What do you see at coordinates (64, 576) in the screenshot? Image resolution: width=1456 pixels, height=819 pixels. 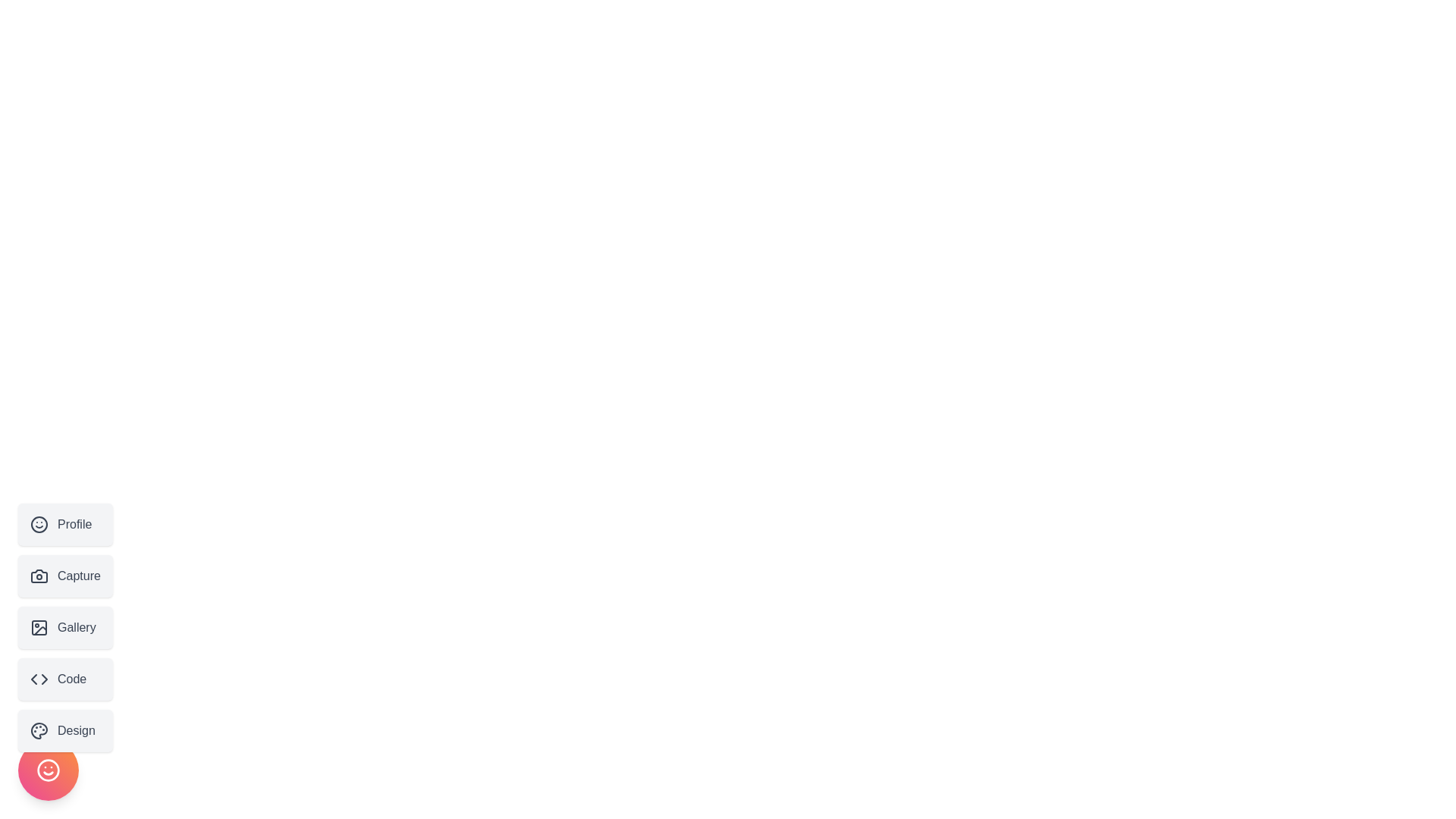 I see `the 'Capture' button with a camera icon` at bounding box center [64, 576].